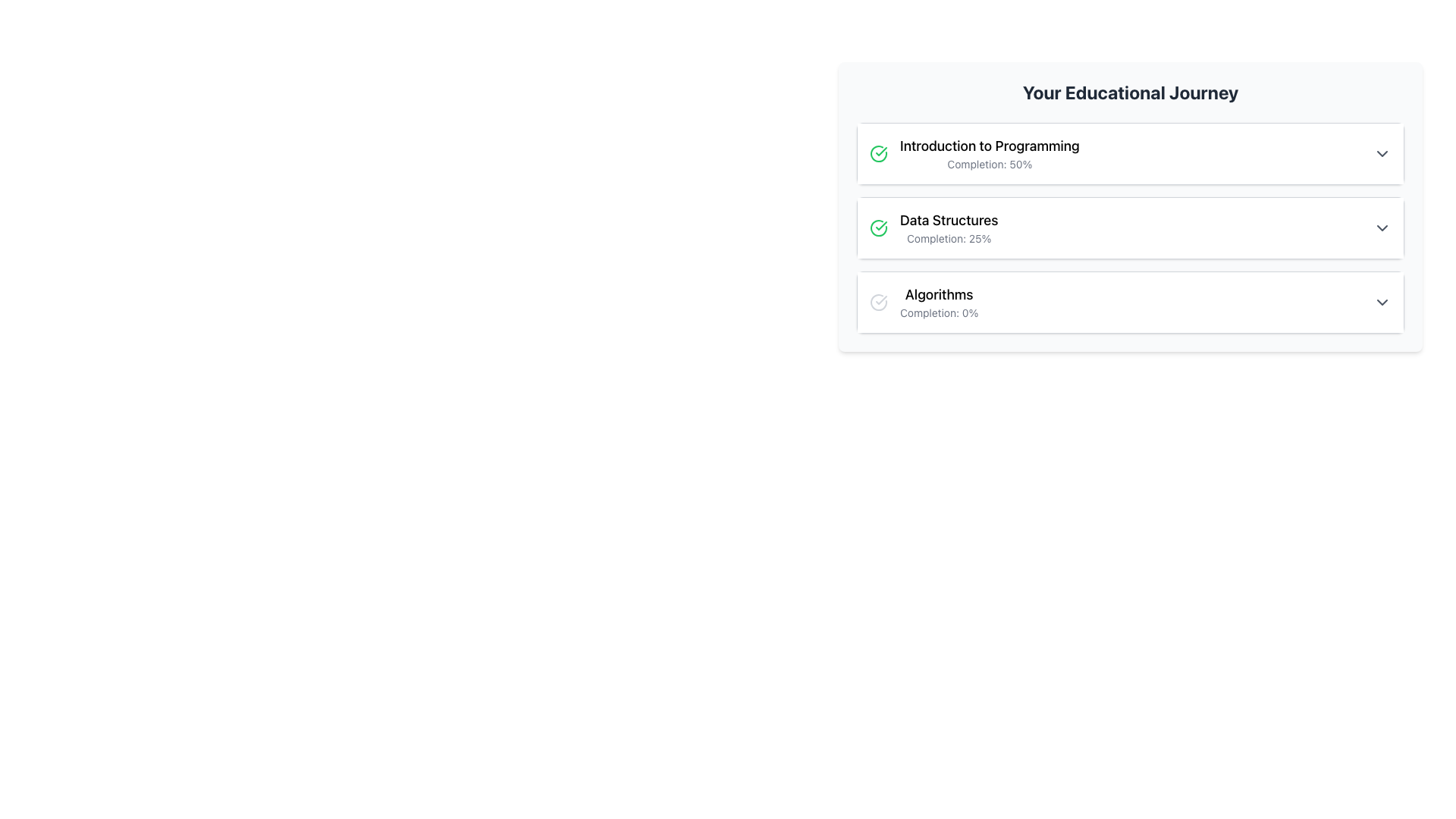 The height and width of the screenshot is (819, 1456). Describe the element at coordinates (974, 154) in the screenshot. I see `the first list entry in the 'Your Educational Journey' section, which displays the course title and completion status` at that location.